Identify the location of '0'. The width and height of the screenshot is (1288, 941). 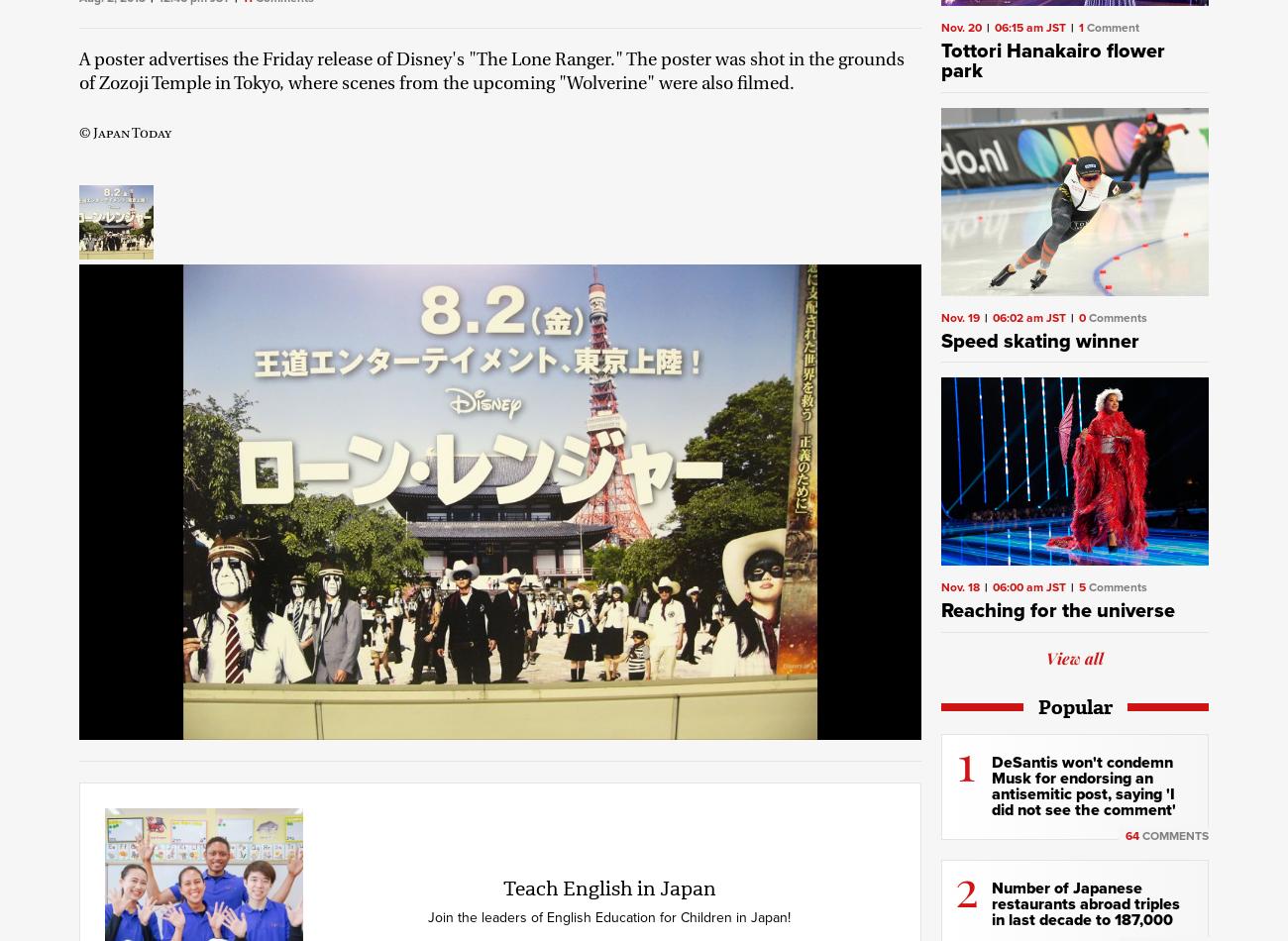
(1081, 315).